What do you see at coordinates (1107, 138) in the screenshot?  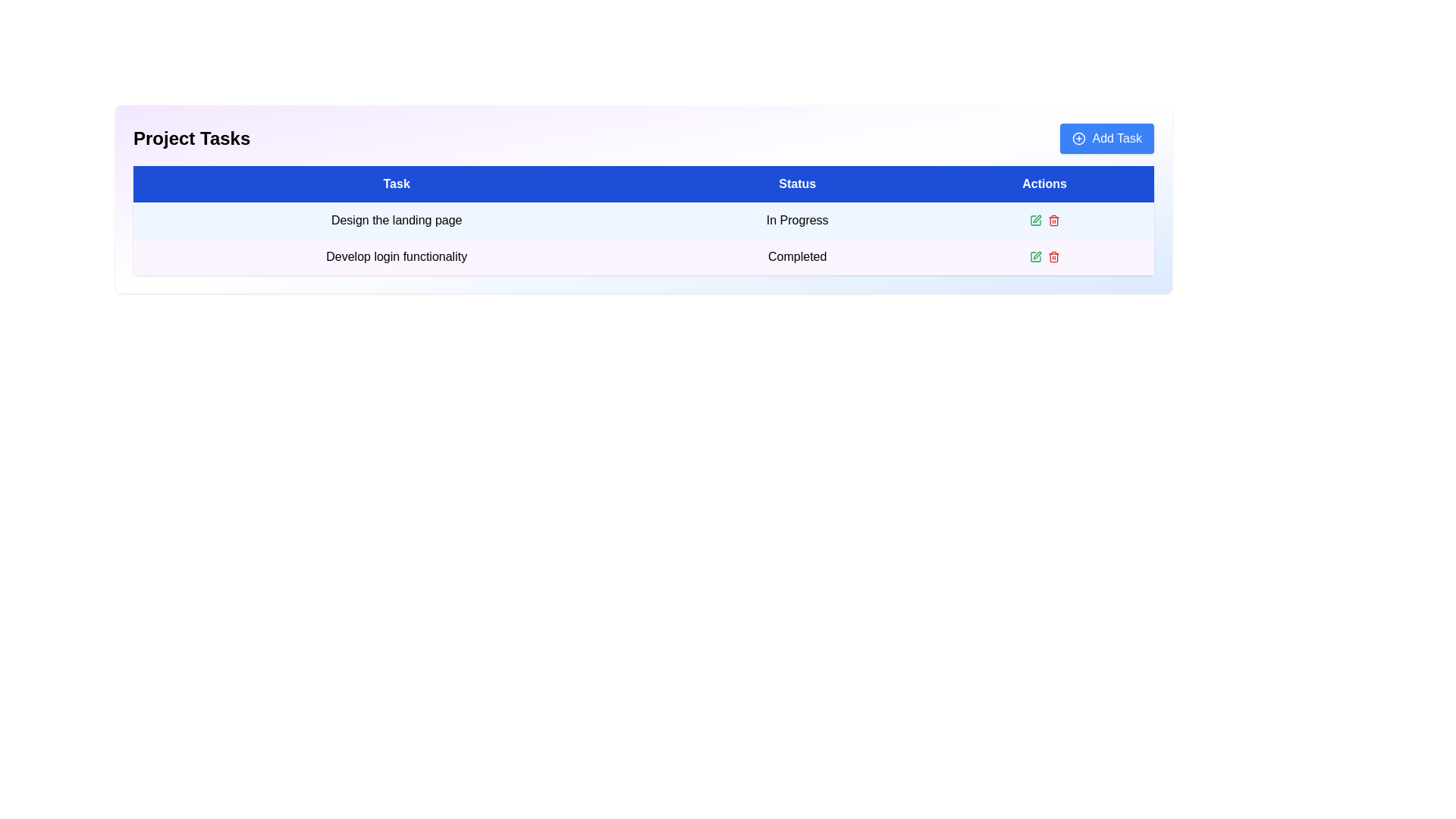 I see `the button for adding new tasks located on the right side of the header section labeled 'Project Tasks'` at bounding box center [1107, 138].